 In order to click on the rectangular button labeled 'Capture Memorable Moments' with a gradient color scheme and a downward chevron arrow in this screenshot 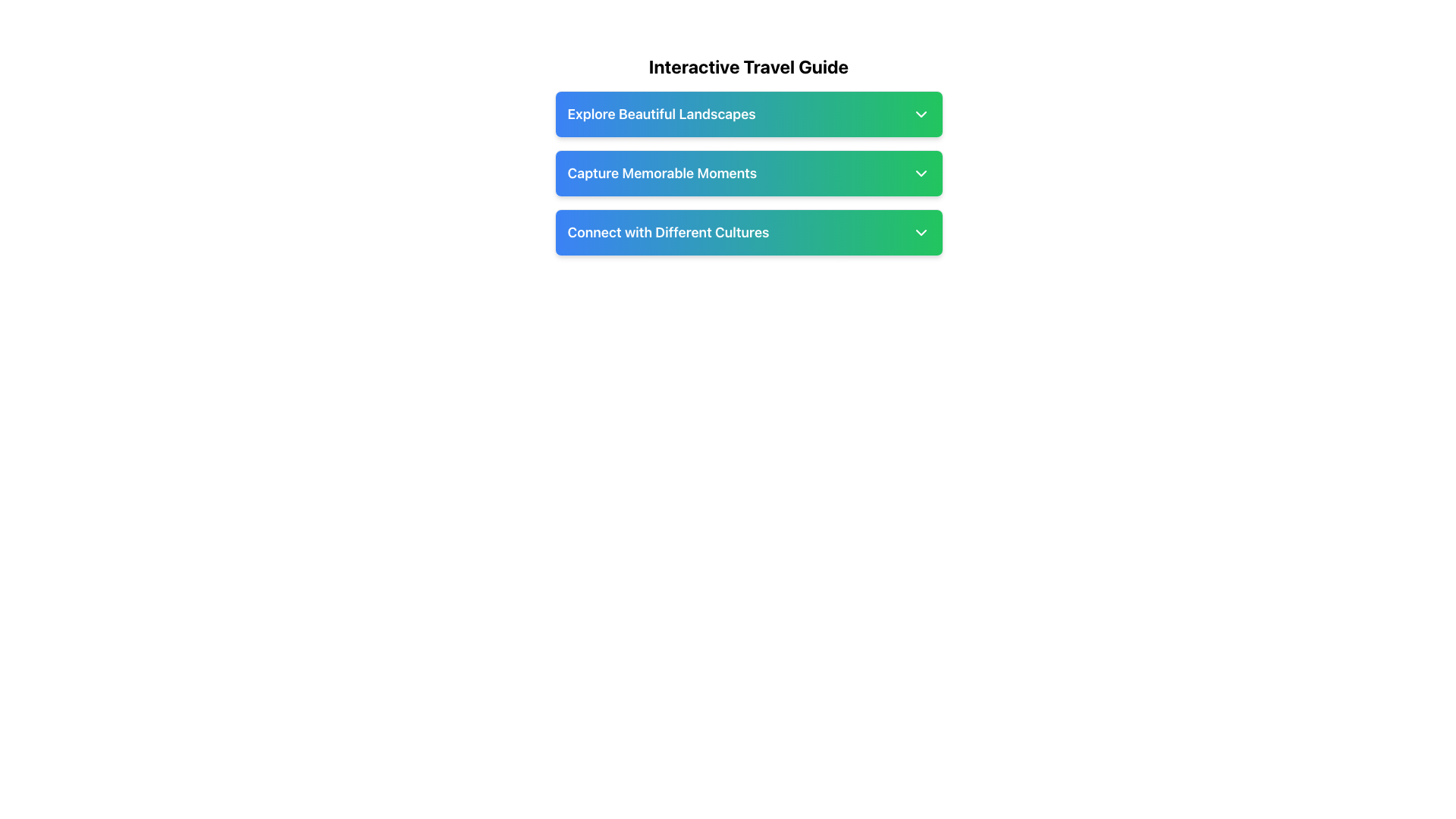, I will do `click(748, 172)`.